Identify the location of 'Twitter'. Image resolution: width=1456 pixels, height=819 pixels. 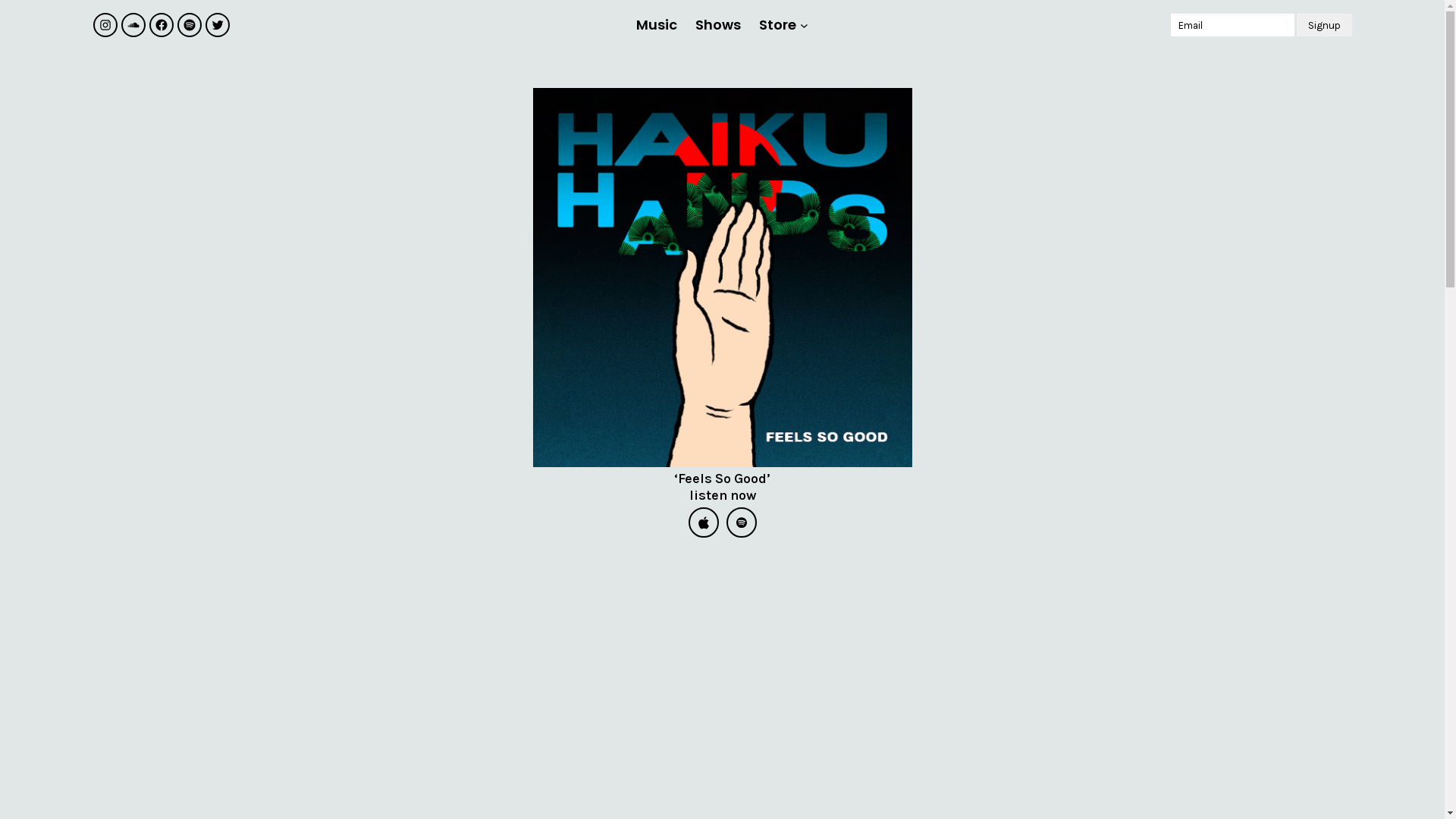
(203, 25).